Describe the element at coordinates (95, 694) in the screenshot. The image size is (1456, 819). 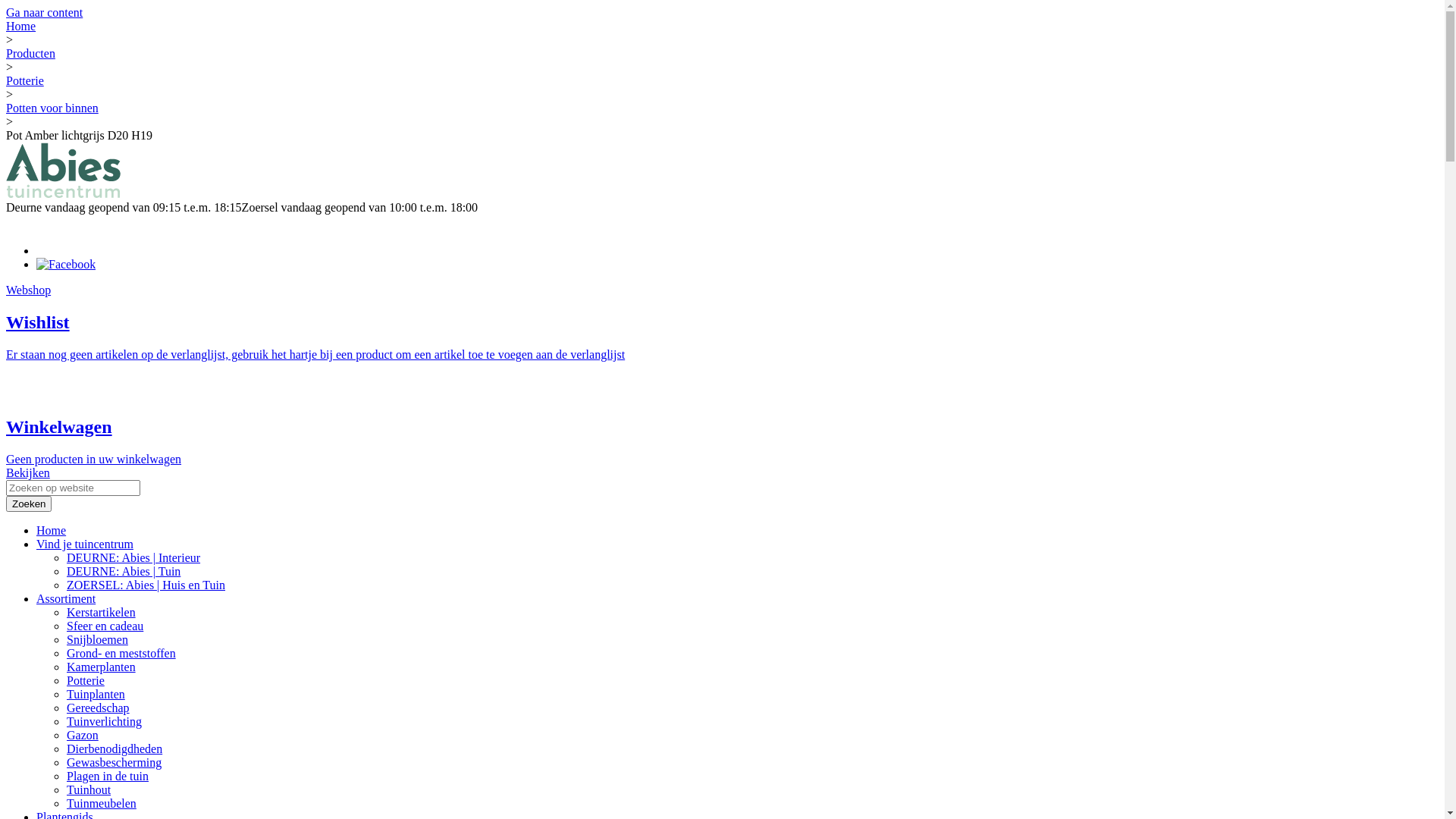
I see `'Tuinplanten'` at that location.